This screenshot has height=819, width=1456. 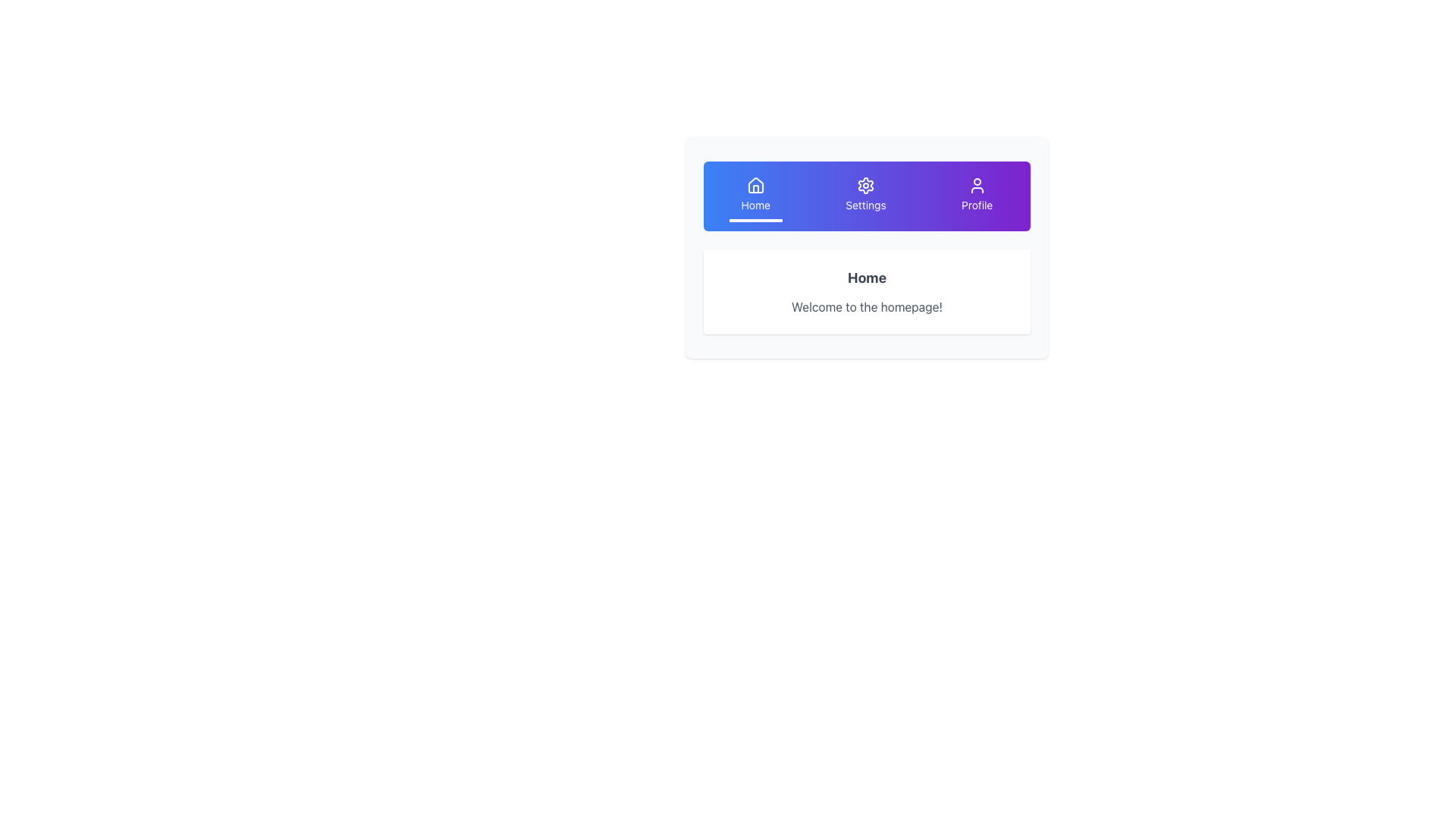 I want to click on the 'Settings' button, which is a purple gradient button with a cogwheel icon above the text, centrally aligned in the navigation bar, so click(x=866, y=195).